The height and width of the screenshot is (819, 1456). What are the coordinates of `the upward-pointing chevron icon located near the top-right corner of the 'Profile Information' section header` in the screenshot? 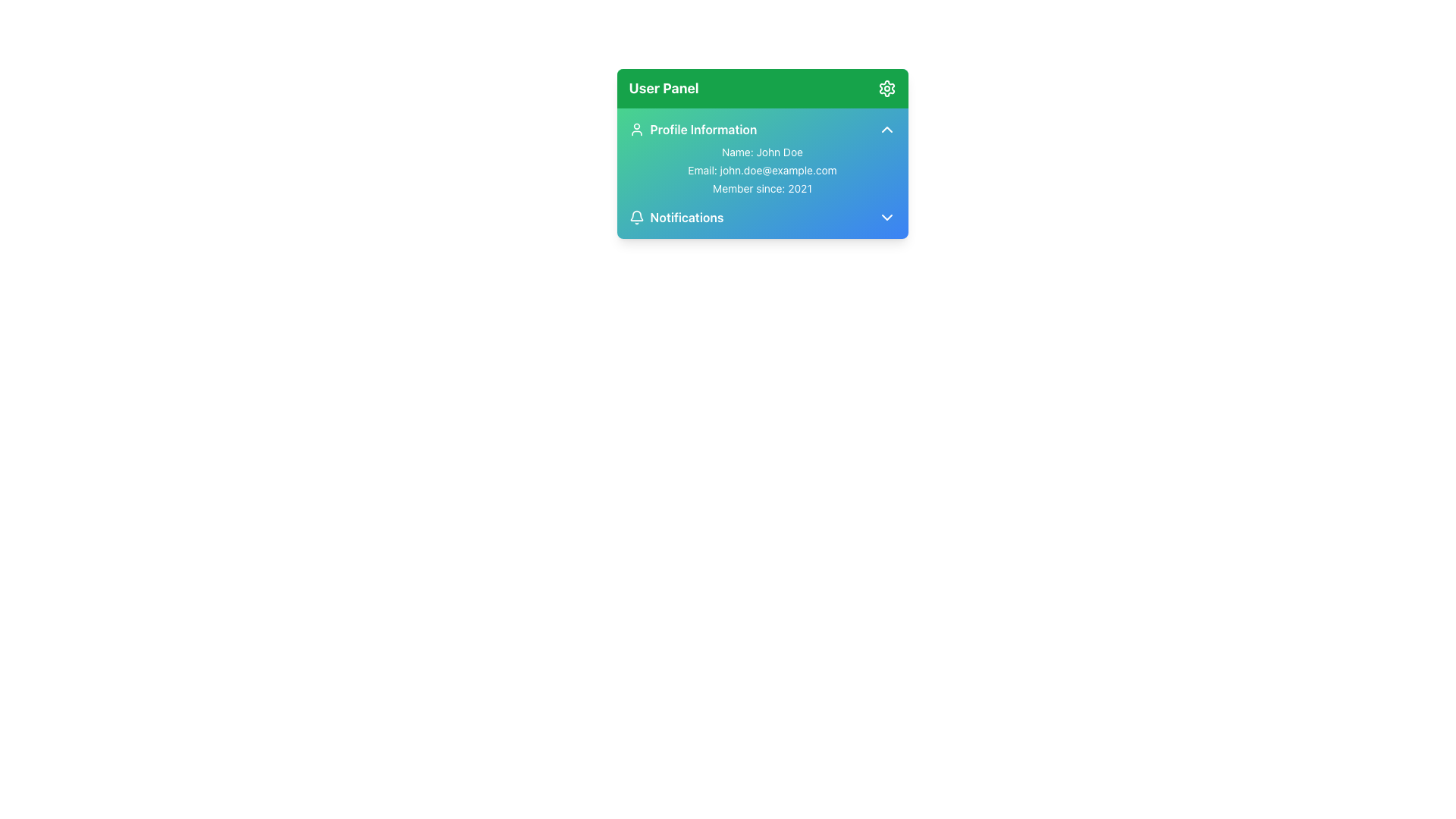 It's located at (886, 128).